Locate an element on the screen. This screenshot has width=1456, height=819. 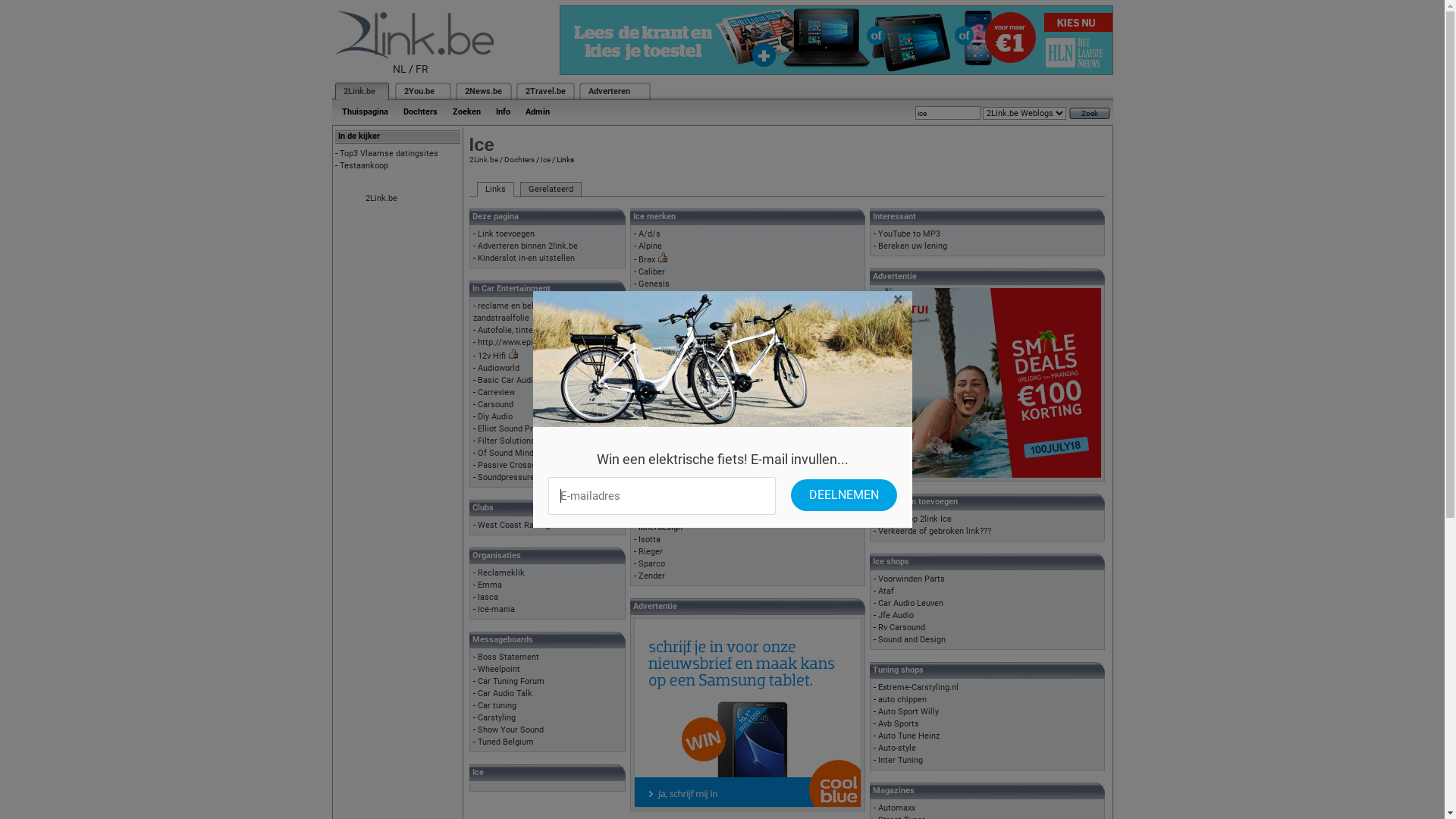
'Isotta' is located at coordinates (649, 538).